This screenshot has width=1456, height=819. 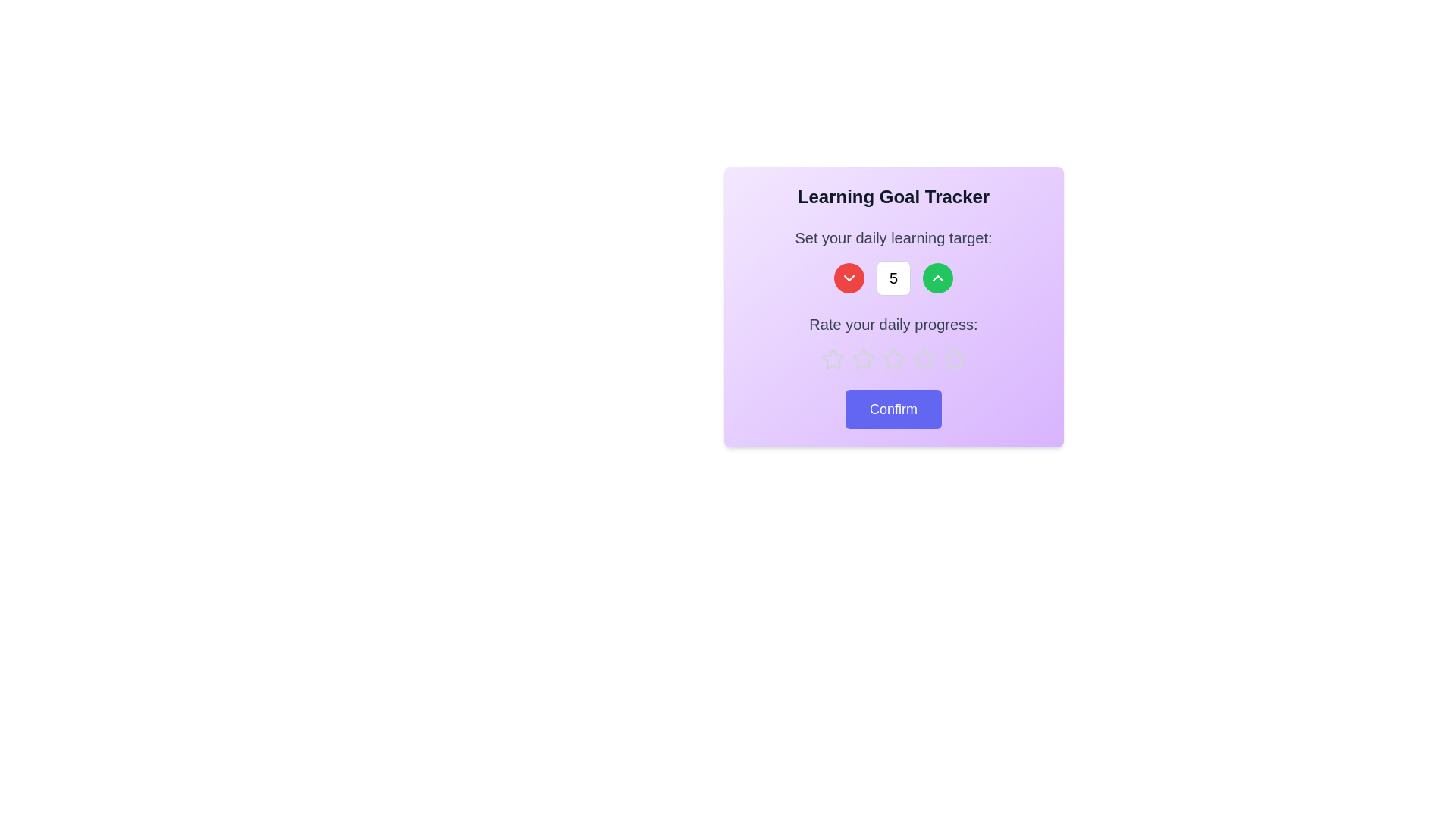 I want to click on the 'Confirm' button located at the bottom-center of the 'Learning Goal Tracker' card UI component, so click(x=893, y=409).